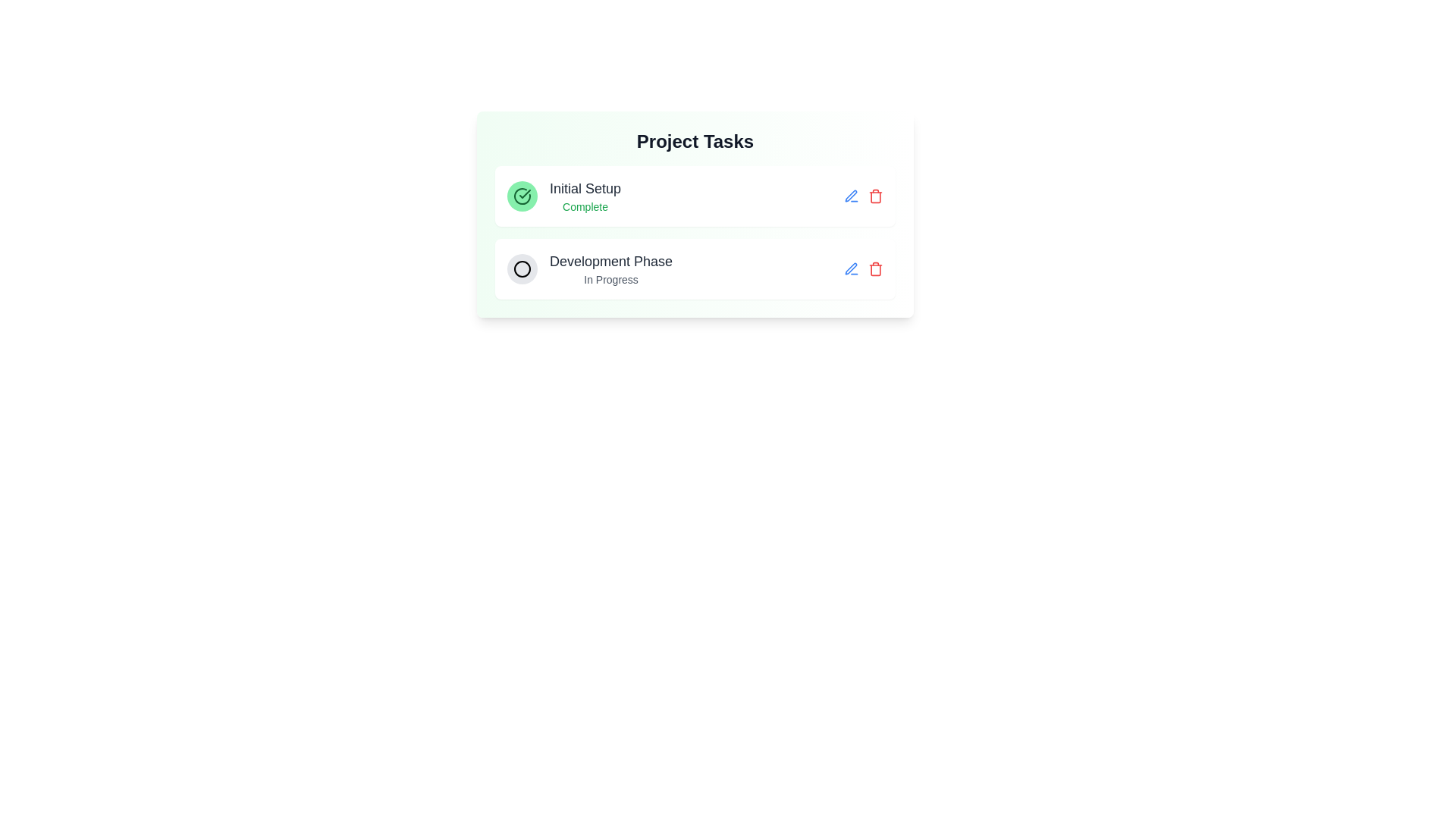 This screenshot has height=819, width=1456. Describe the element at coordinates (611, 280) in the screenshot. I see `the status indicator Text Label that communicates the current task 'Development Phase' in progress, located below the text 'Development Phase' within the 'Project Tasks' list` at that location.